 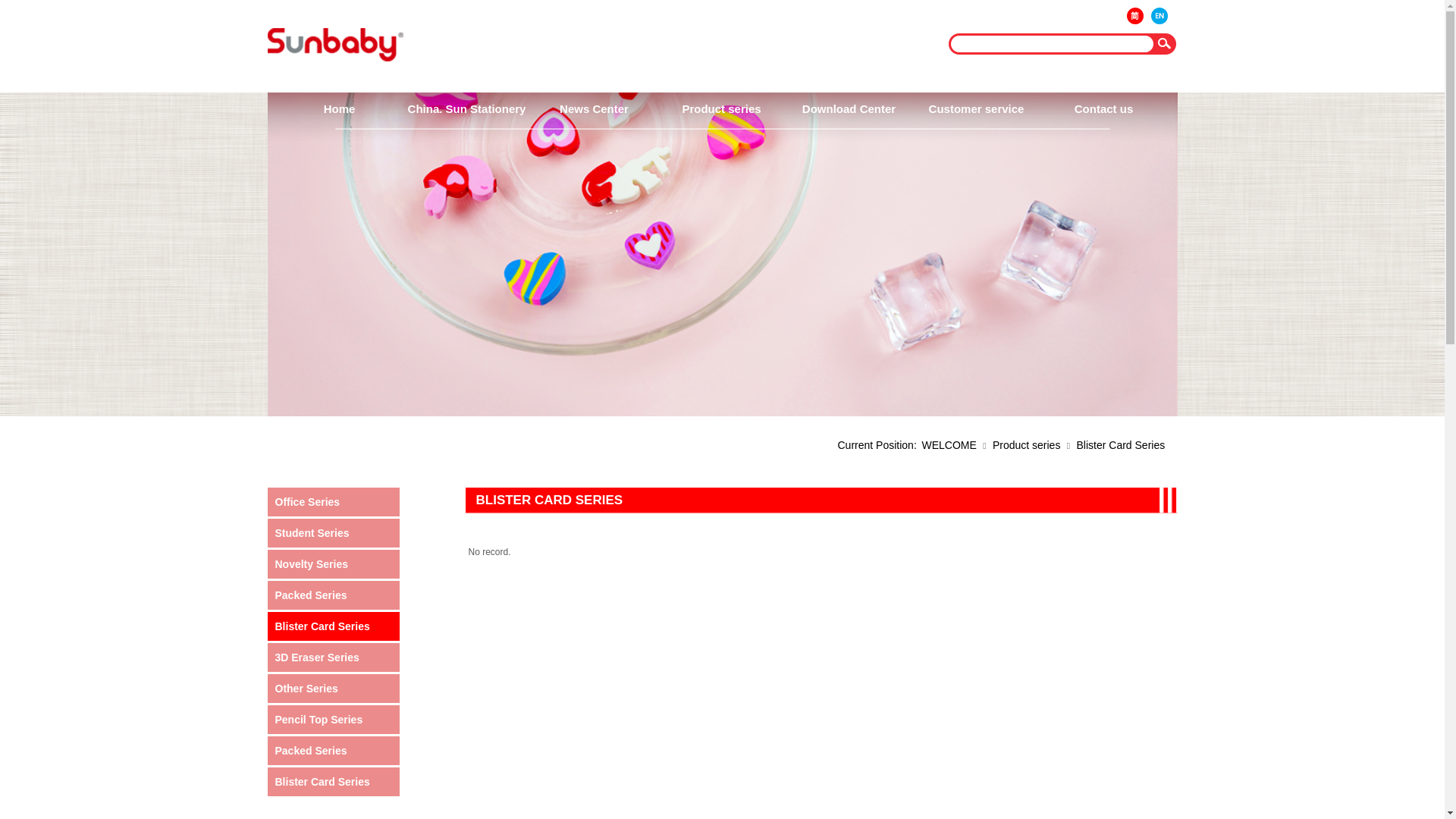 What do you see at coordinates (334, 595) in the screenshot?
I see `'Packed Series'` at bounding box center [334, 595].